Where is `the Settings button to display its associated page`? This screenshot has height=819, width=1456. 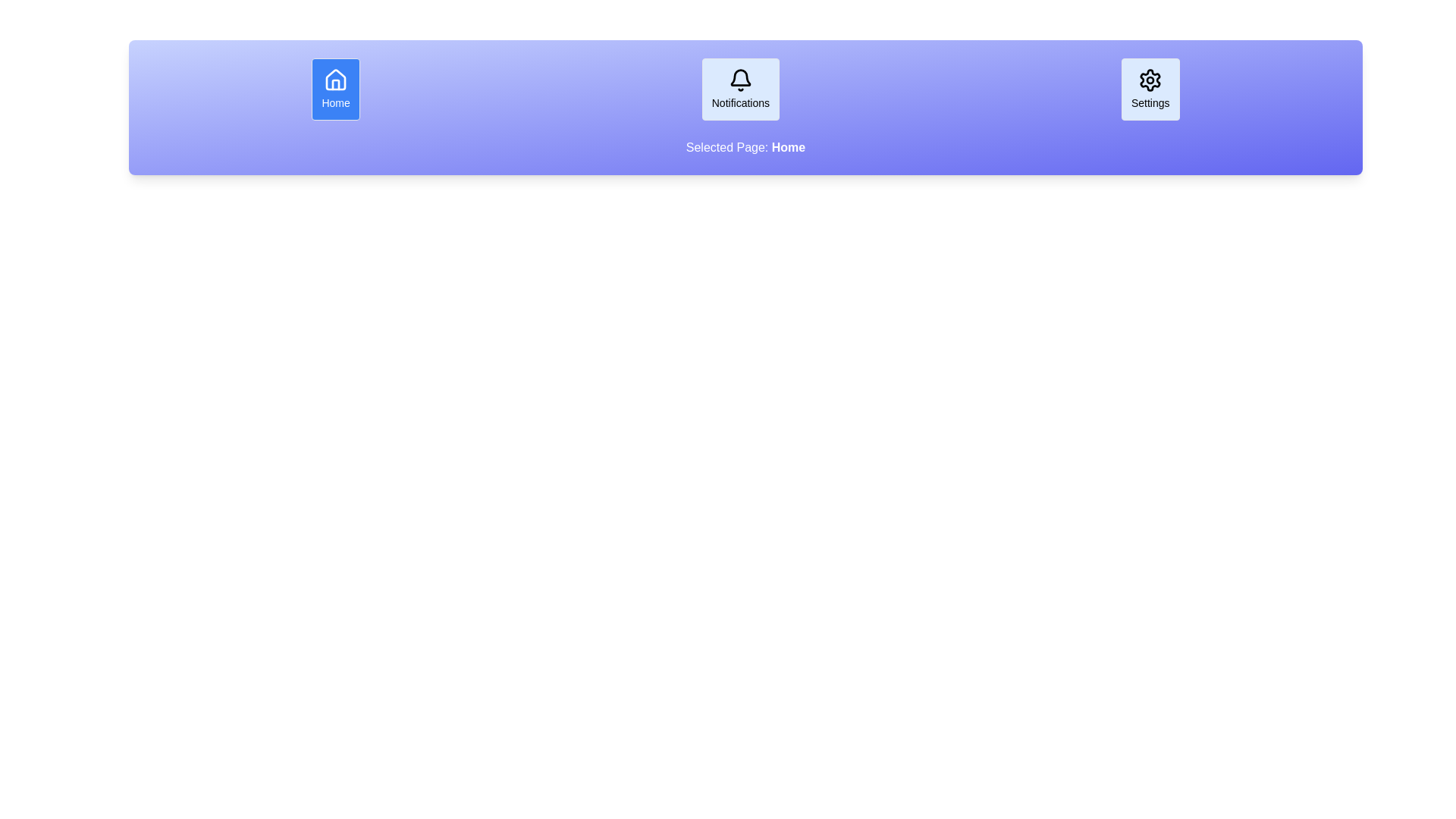
the Settings button to display its associated page is located at coordinates (1150, 89).